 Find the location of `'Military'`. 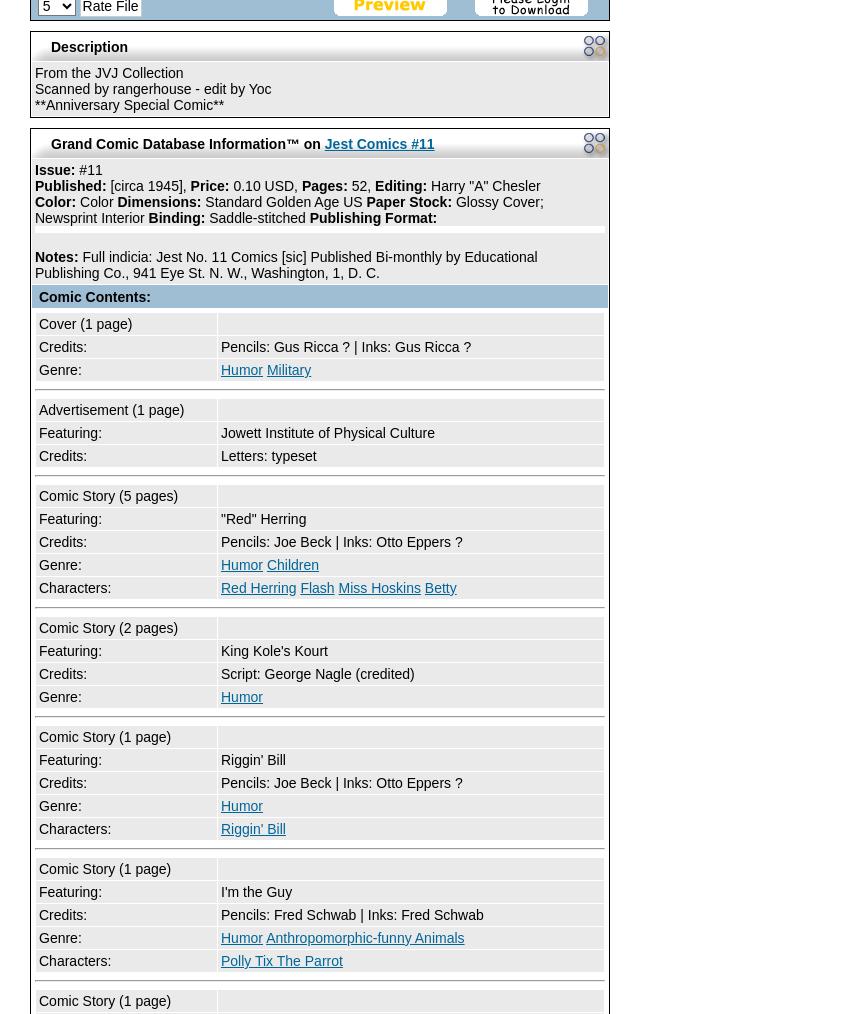

'Military' is located at coordinates (287, 369).